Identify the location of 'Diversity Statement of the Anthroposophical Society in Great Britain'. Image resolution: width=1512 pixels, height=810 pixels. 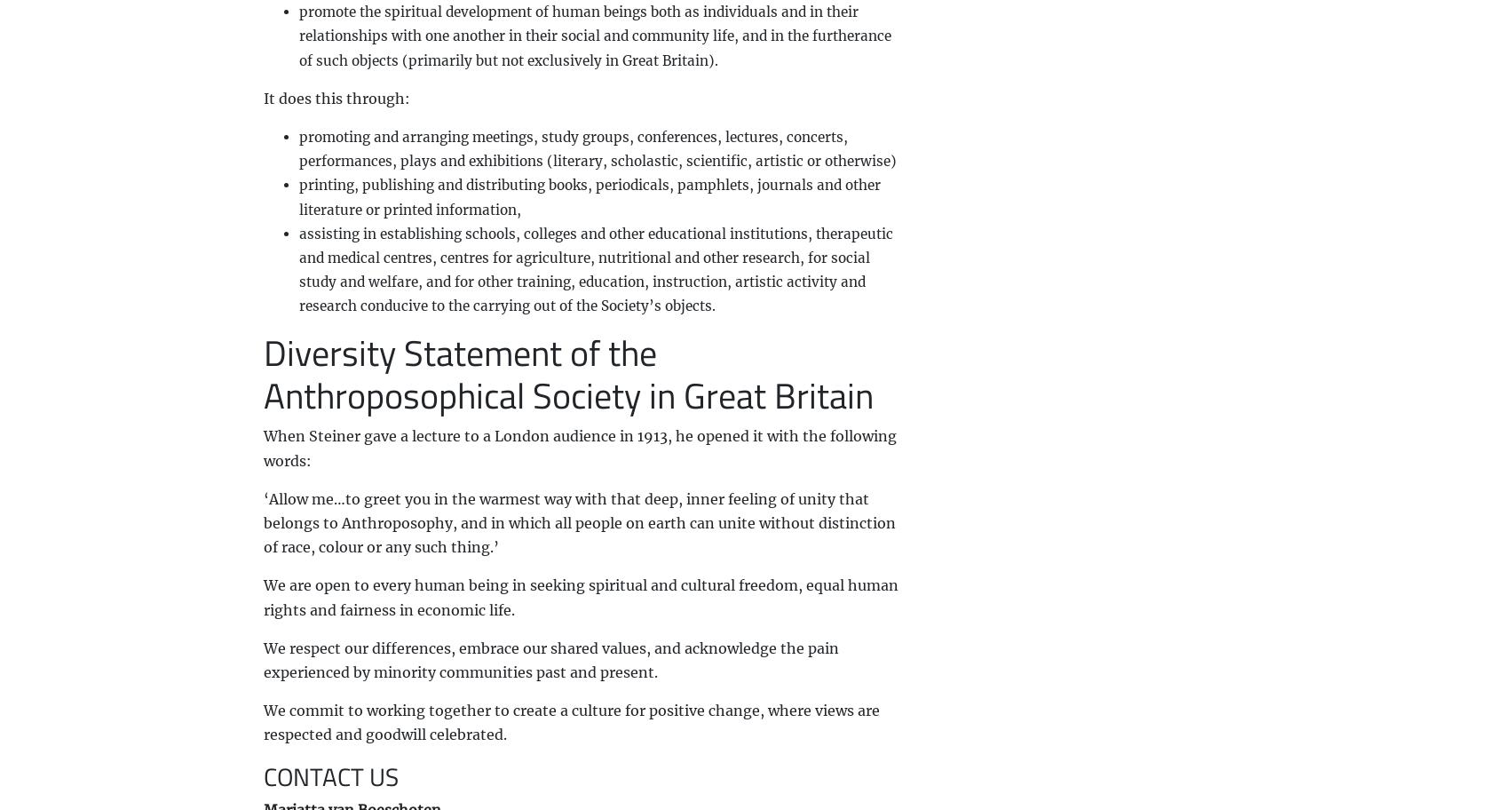
(566, 373).